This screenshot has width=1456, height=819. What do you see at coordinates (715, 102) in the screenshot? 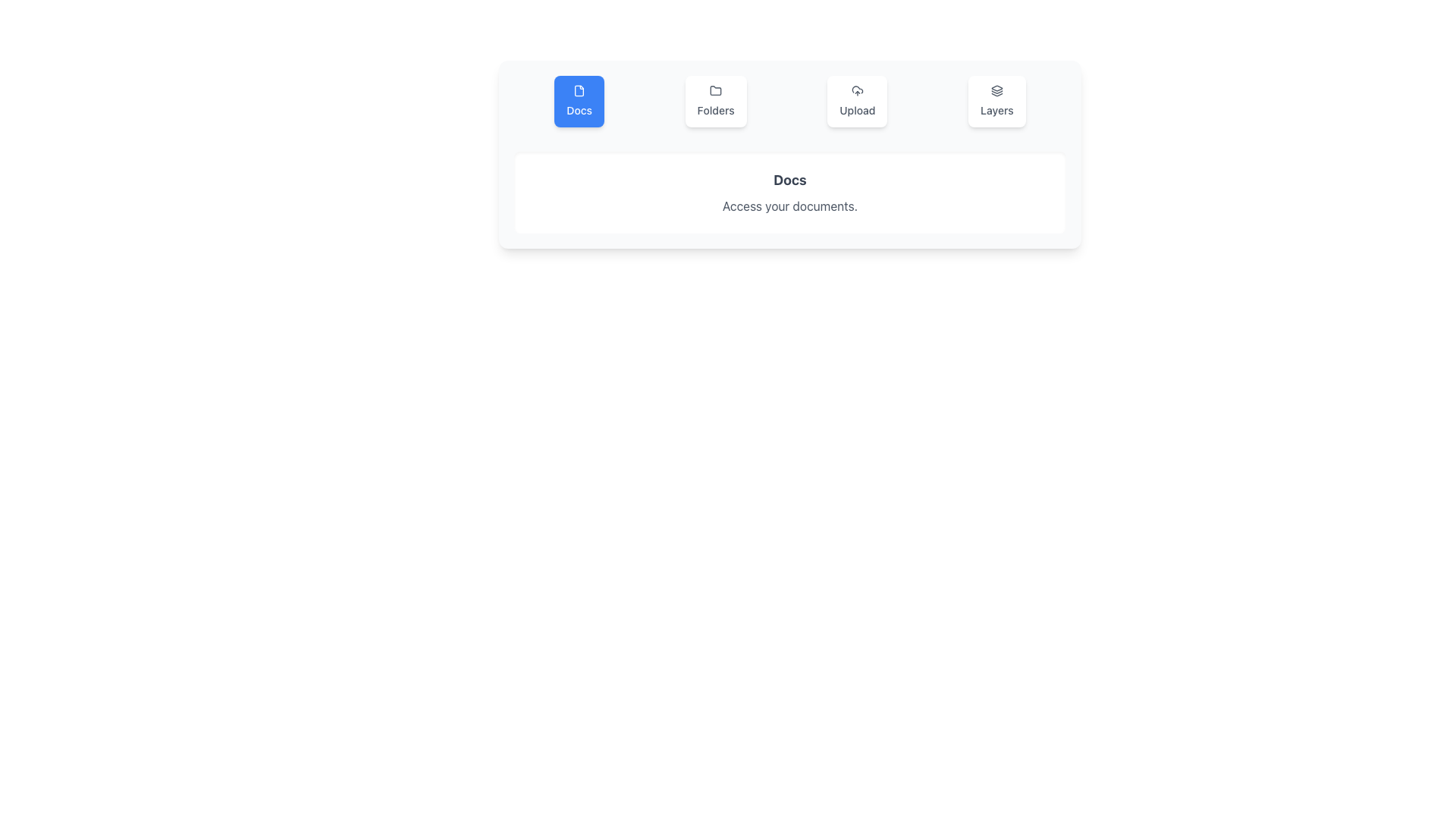
I see `the 'Folders' button, which is a rectangular button with a white background, gray text, and an icon of a folder above the text, located between the 'Docs' button and the 'Upload' button in the toolbar` at bounding box center [715, 102].